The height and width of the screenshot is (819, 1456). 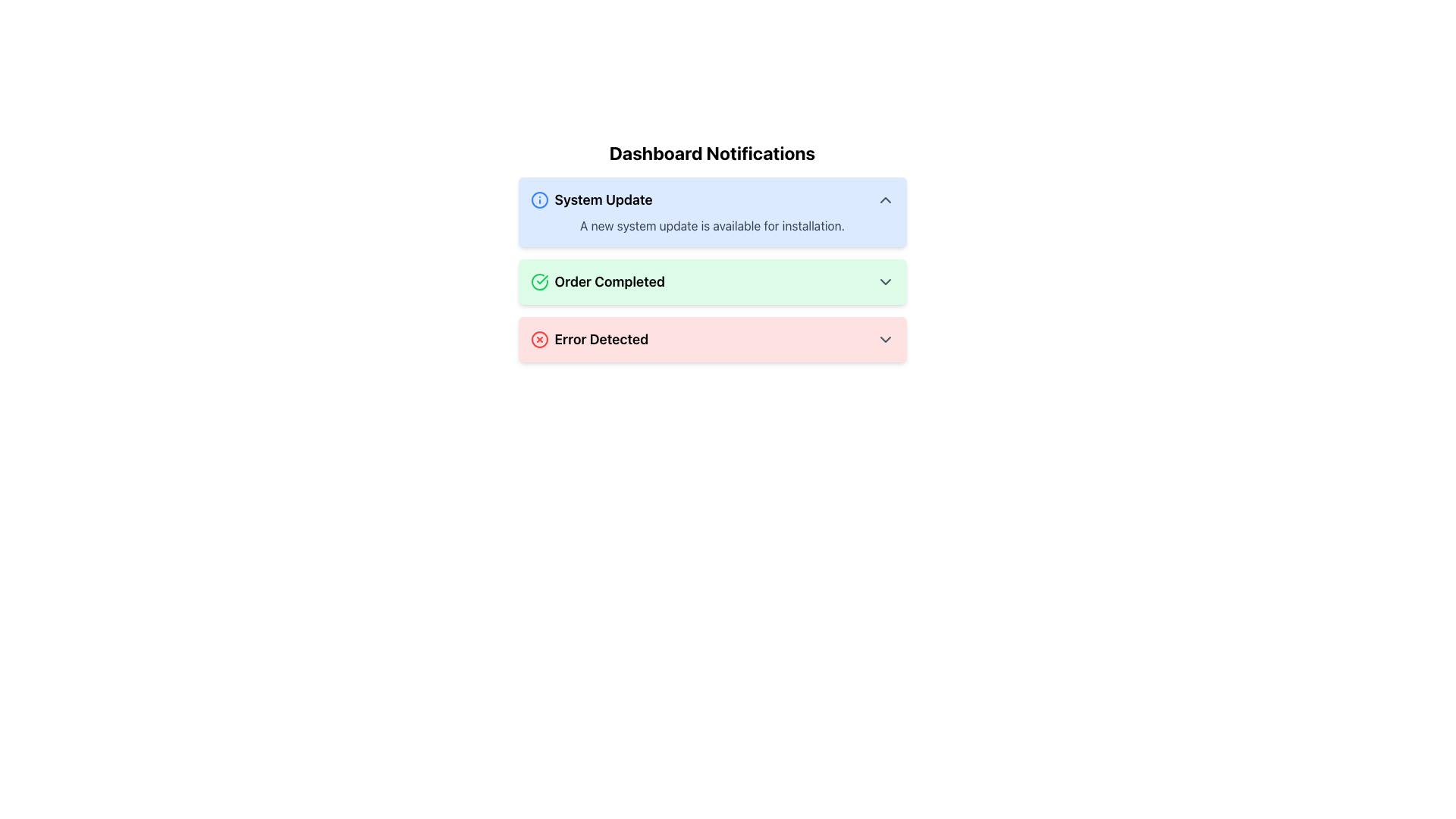 I want to click on the chevron icon located at the rightmost section of the 'Order Completed' notification box, so click(x=885, y=281).